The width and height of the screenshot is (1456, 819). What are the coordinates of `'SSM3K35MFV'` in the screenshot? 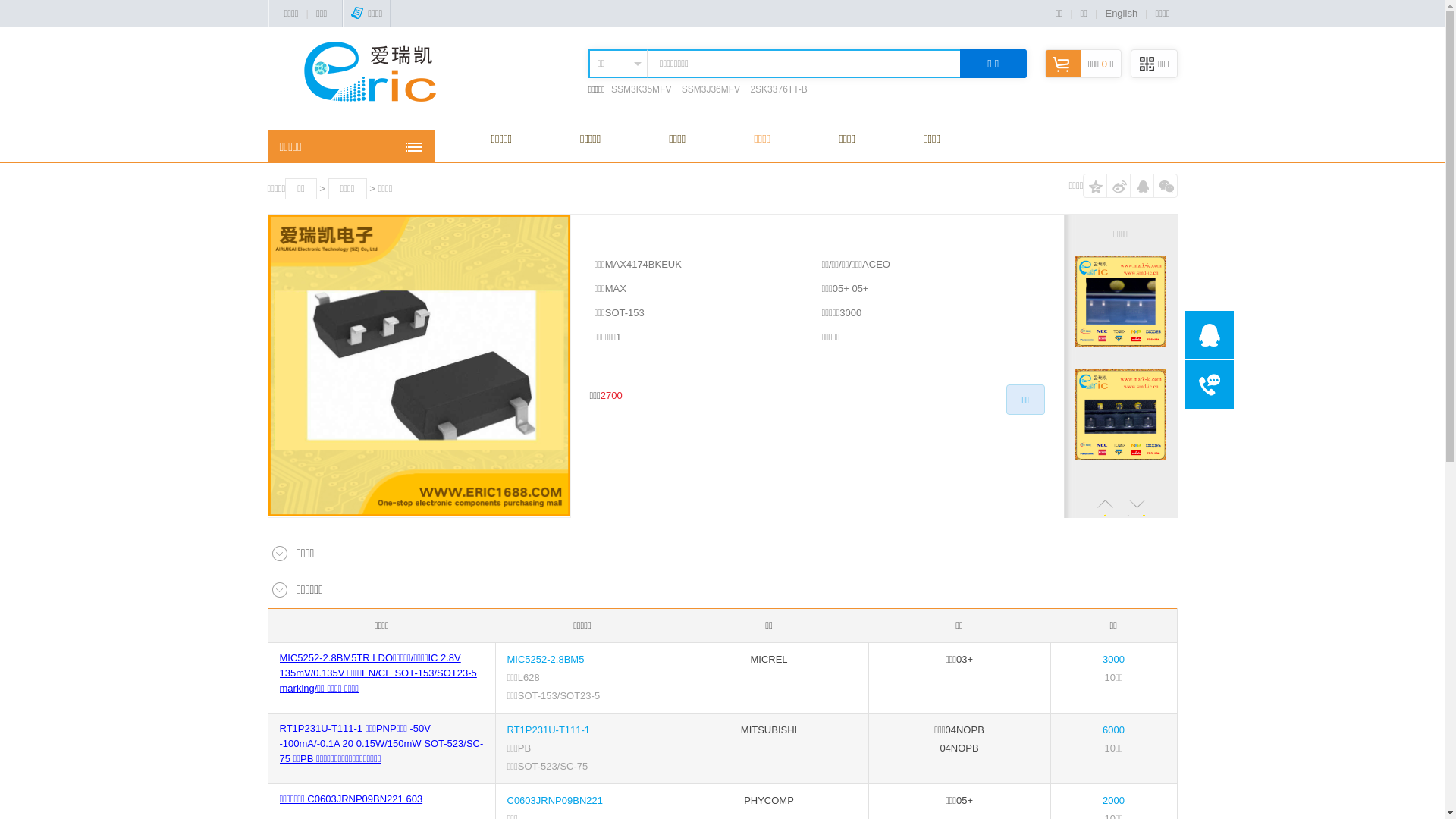 It's located at (611, 89).